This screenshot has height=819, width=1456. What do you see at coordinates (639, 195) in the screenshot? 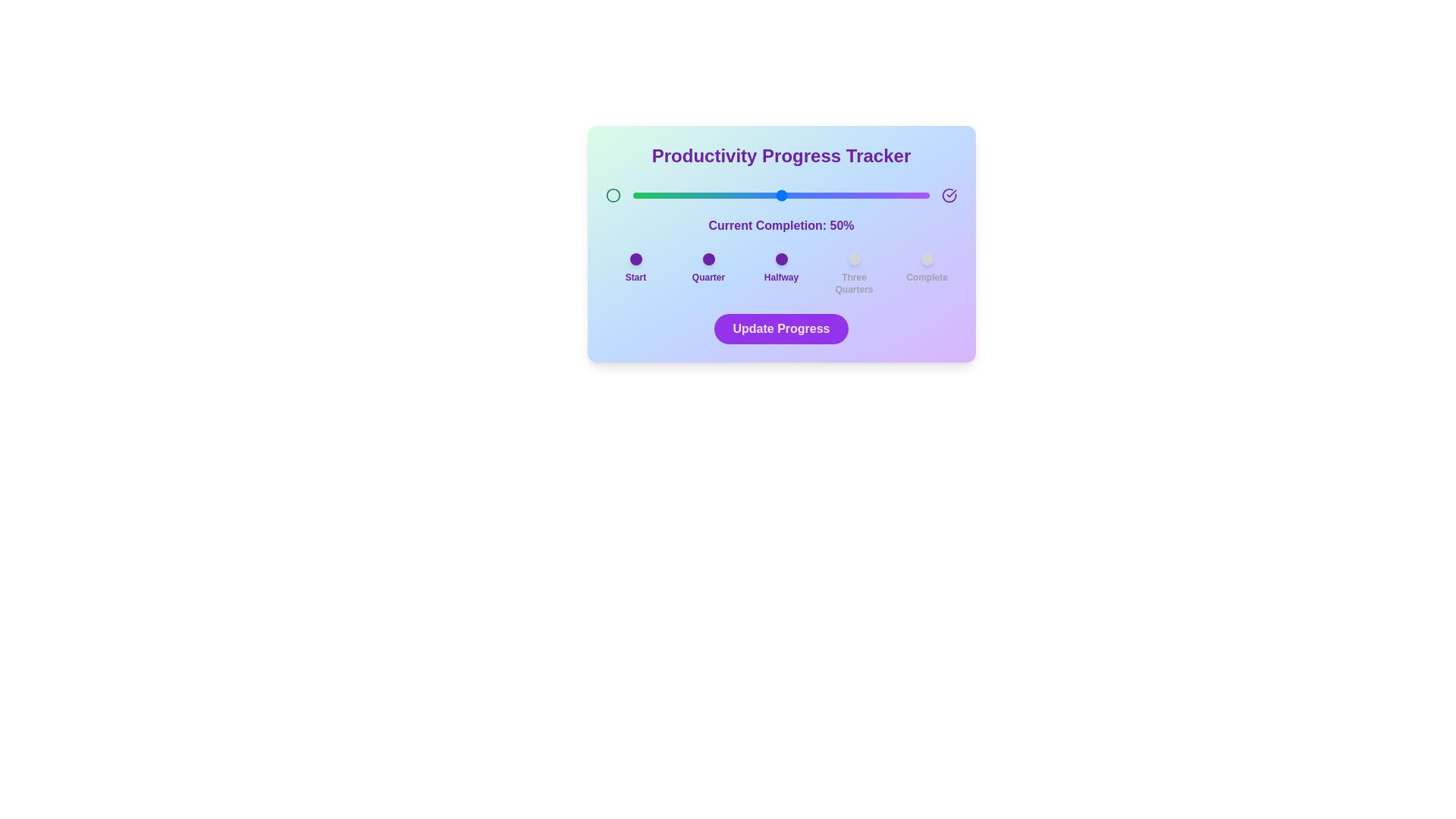
I see `the progress slider to 2%` at bounding box center [639, 195].